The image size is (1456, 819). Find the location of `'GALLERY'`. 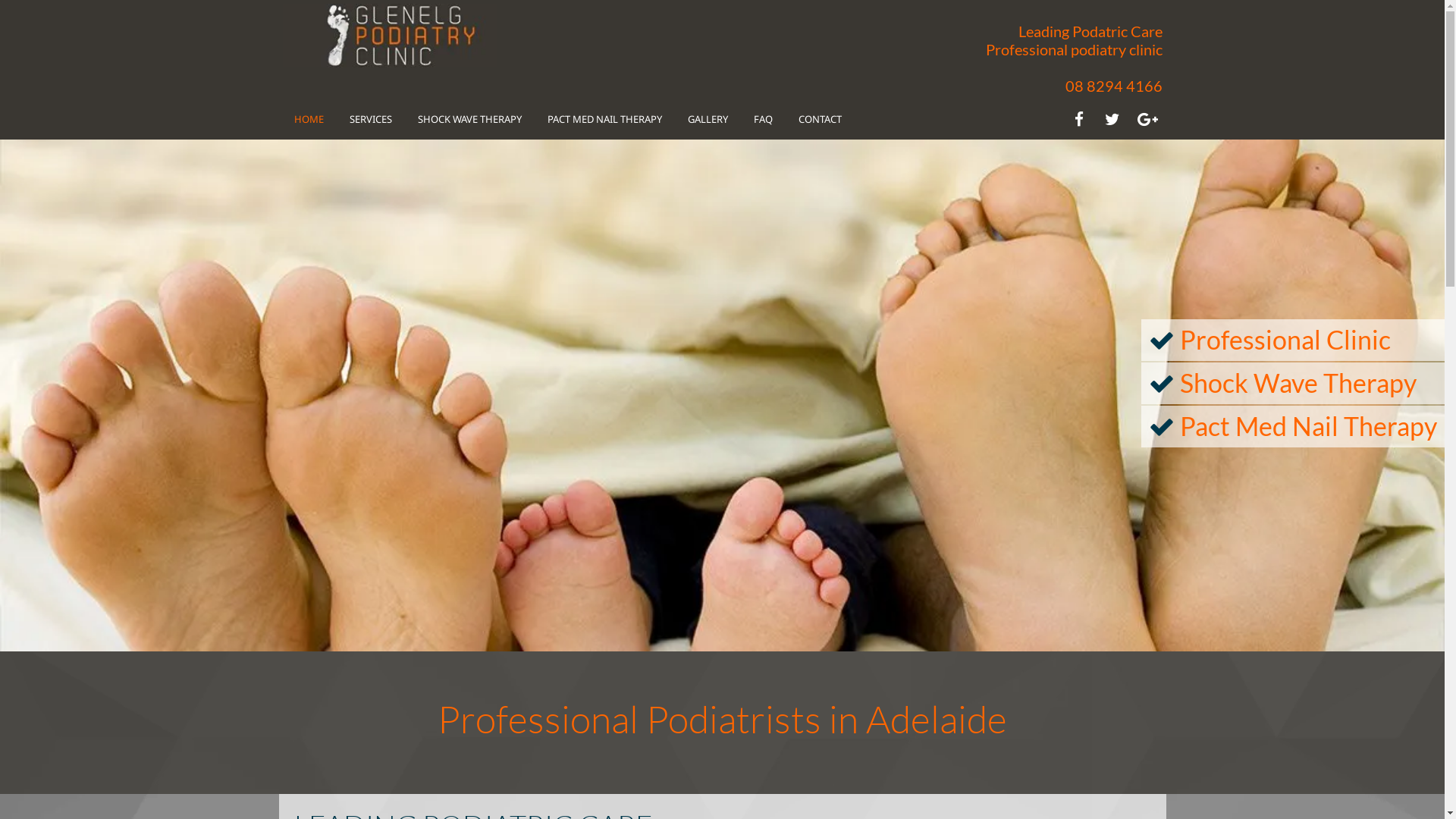

'GALLERY' is located at coordinates (706, 118).